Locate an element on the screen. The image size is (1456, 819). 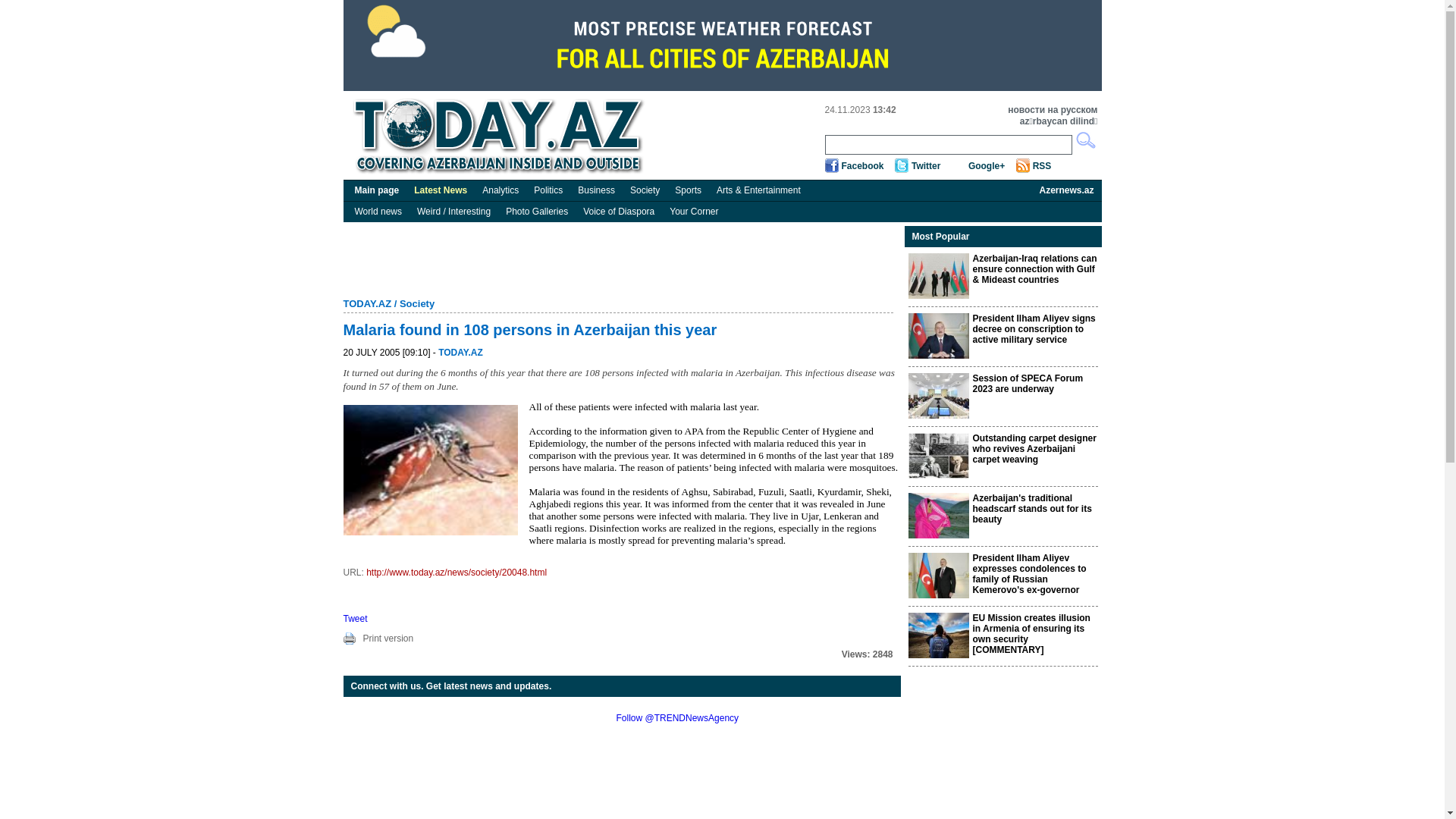
'Analytics' is located at coordinates (473, 189).